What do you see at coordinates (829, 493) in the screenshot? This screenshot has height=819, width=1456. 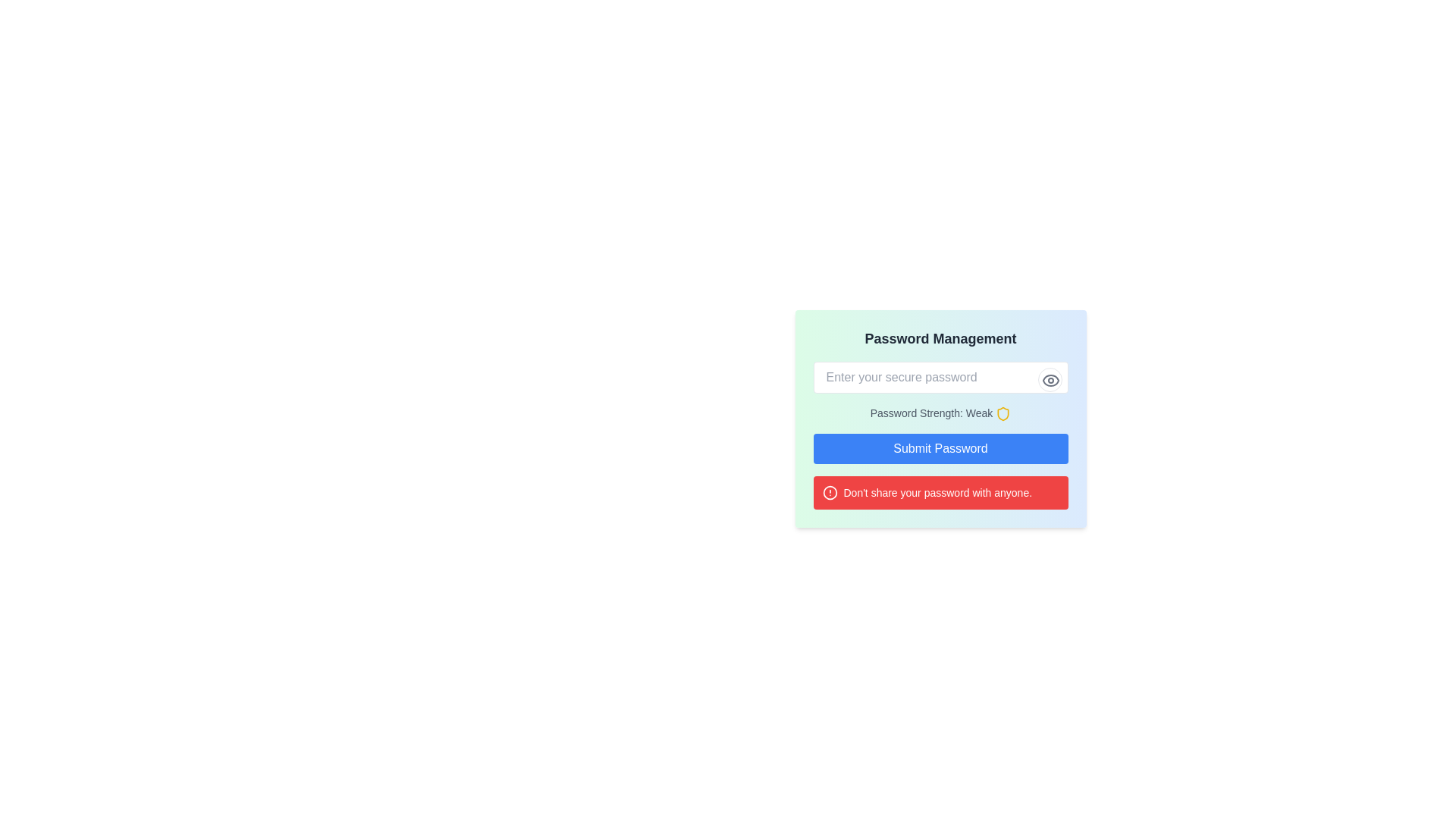 I see `the centered circle graphic component within the SVG element located in the bottom section of the password management dialog's error notification area` at bounding box center [829, 493].